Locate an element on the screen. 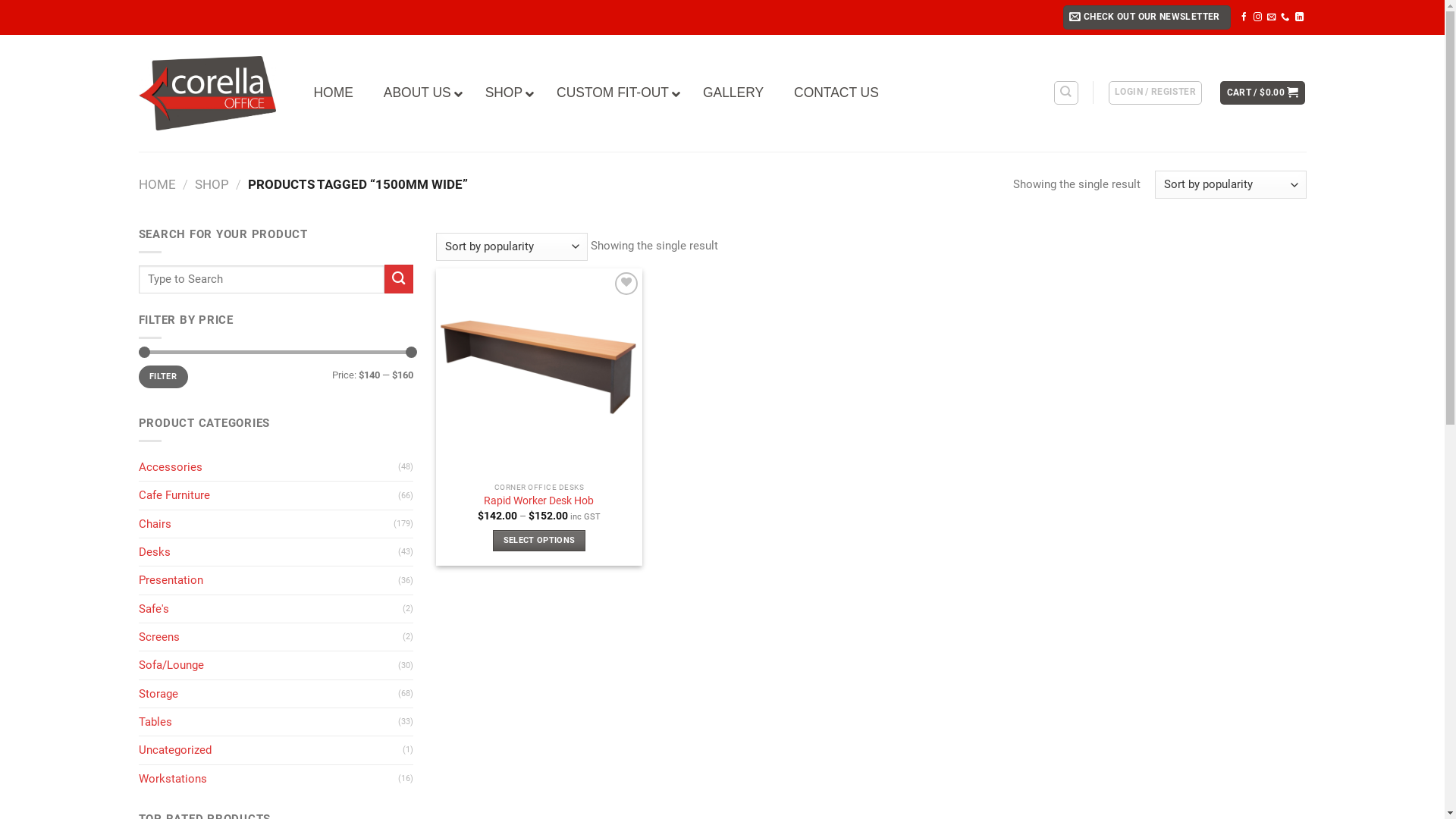 The height and width of the screenshot is (819, 1456). 'Sofa/Lounge' is located at coordinates (268, 664).